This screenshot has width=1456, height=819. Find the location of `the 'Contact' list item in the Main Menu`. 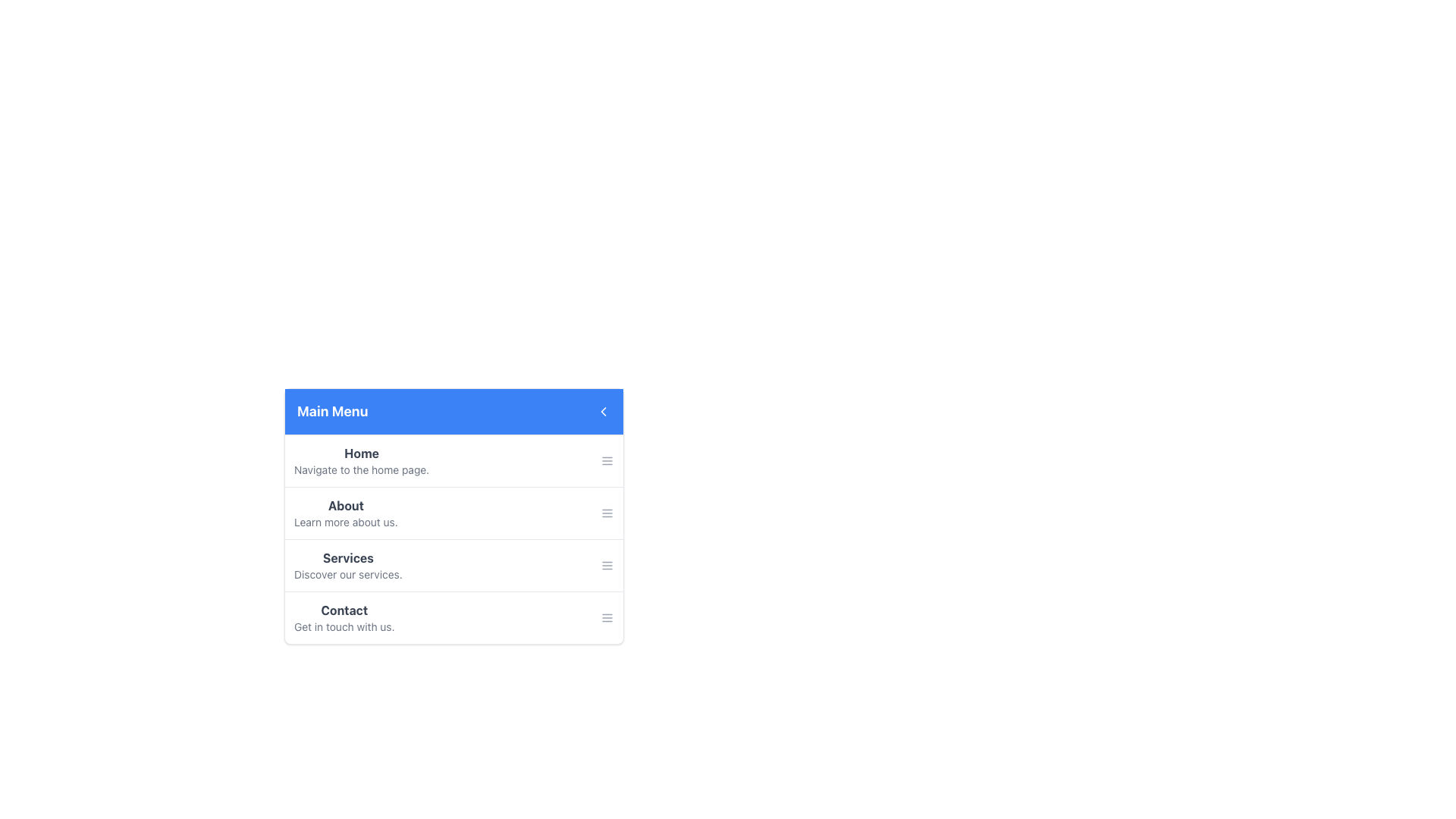

the 'Contact' list item in the Main Menu is located at coordinates (453, 617).